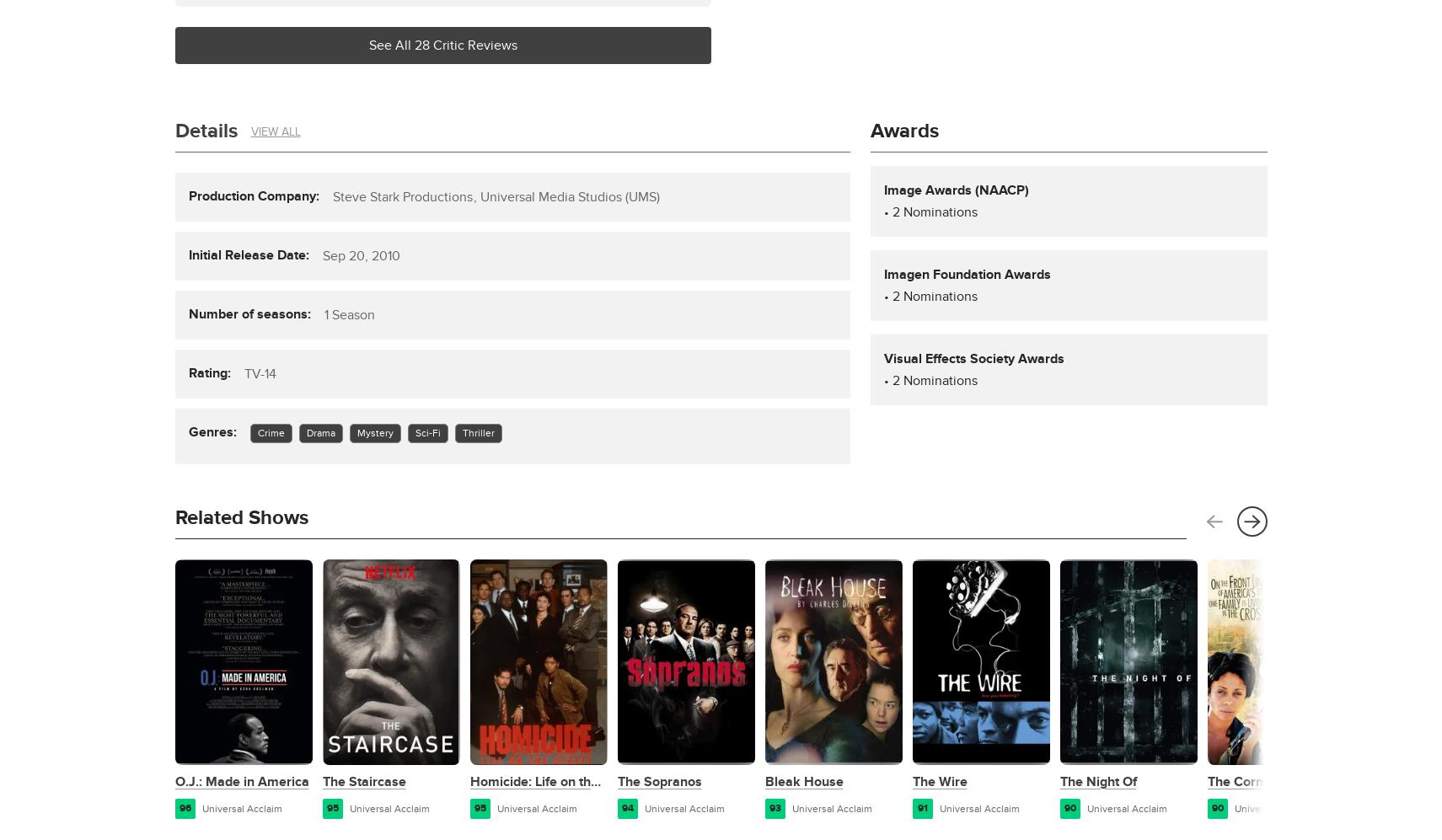  I want to click on 'The Corner', so click(1206, 781).